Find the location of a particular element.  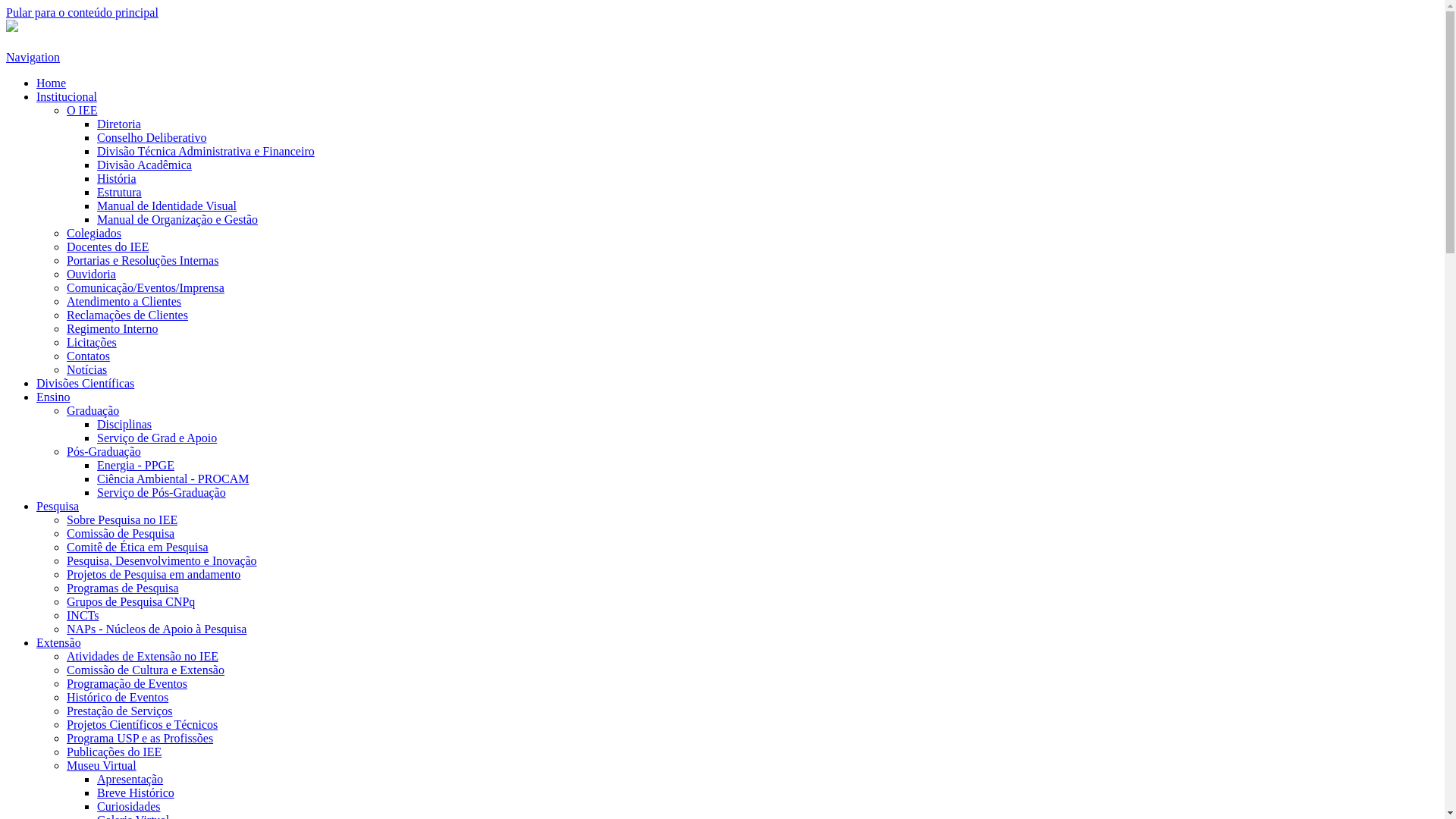

'Estrutura' is located at coordinates (118, 191).